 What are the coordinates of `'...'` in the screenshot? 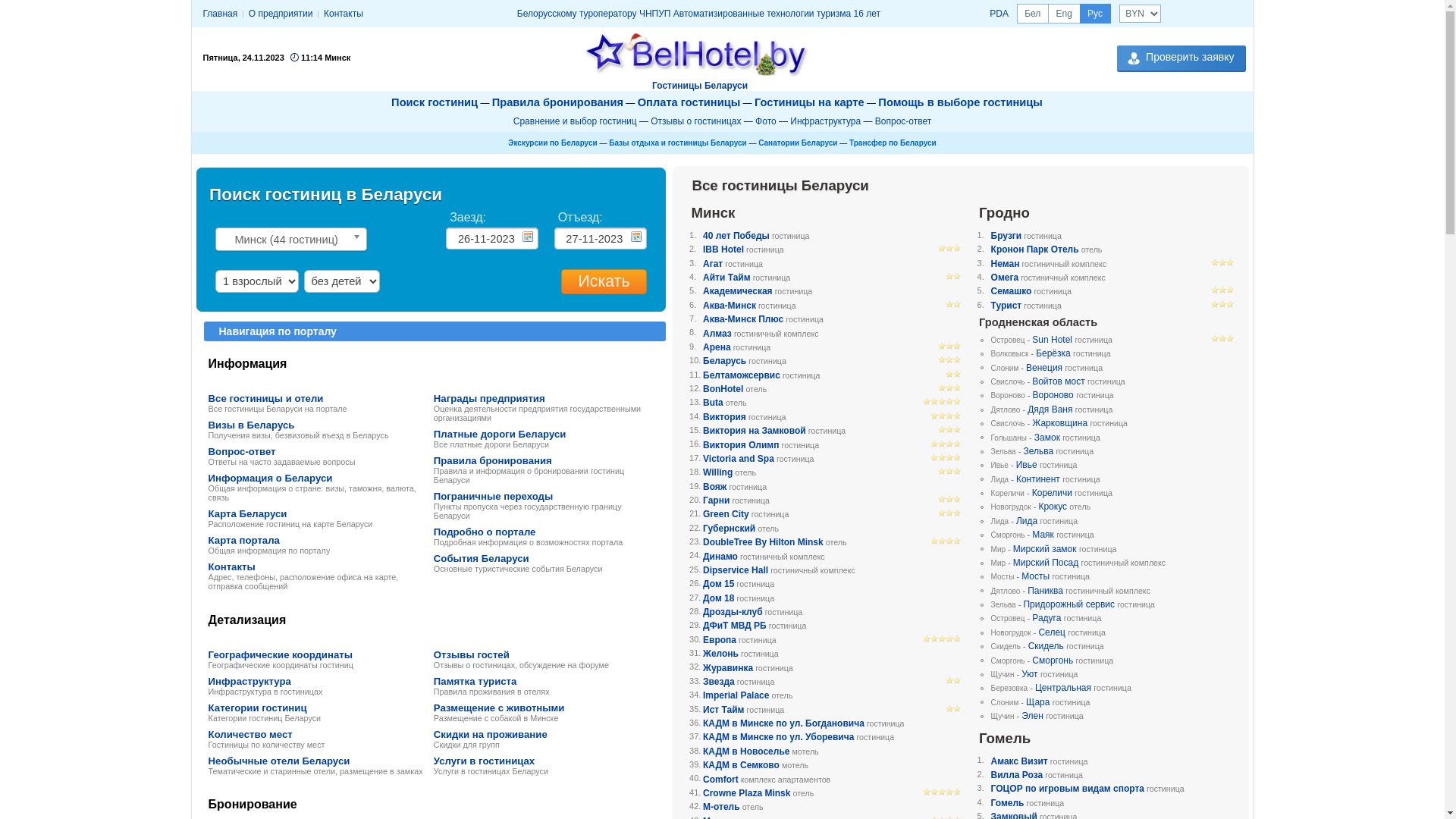 It's located at (636, 237).